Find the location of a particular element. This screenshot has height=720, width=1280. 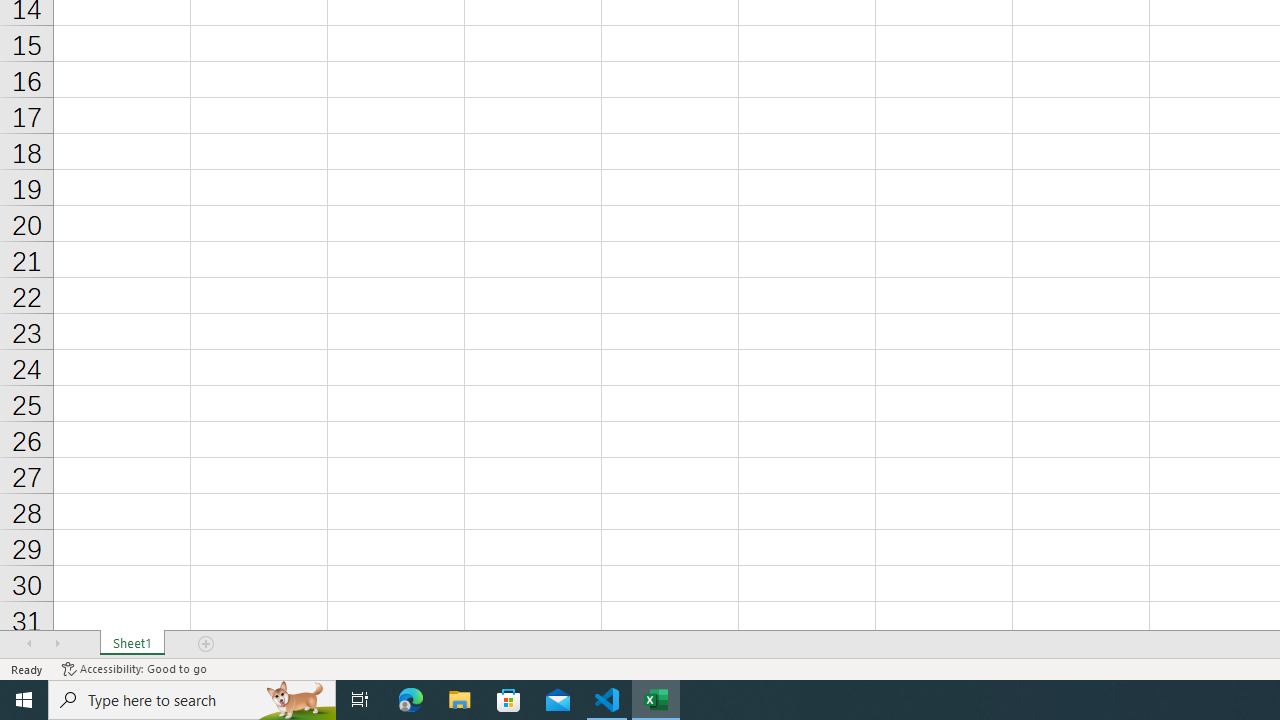

'Add Sheet' is located at coordinates (207, 644).